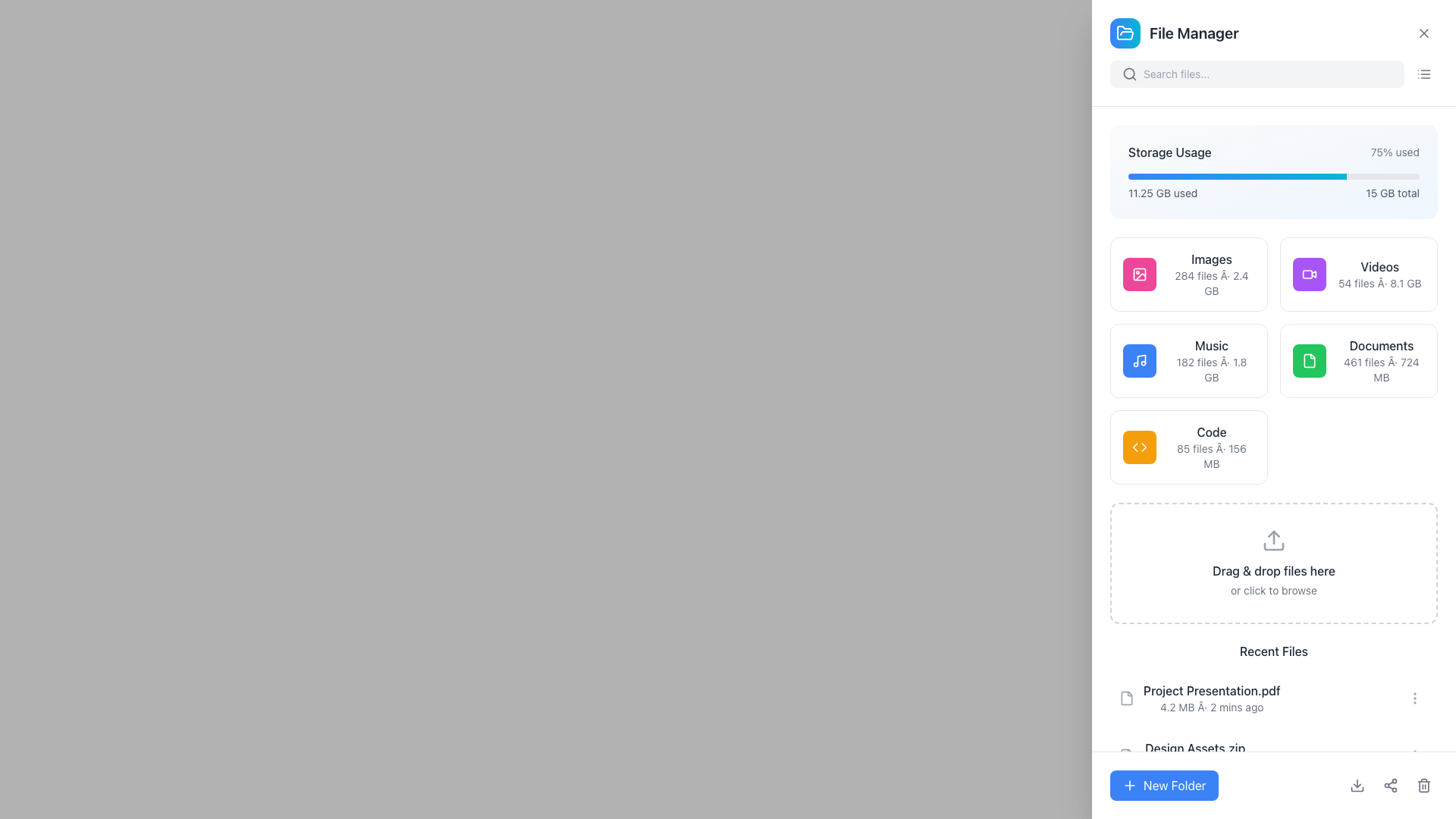  Describe the element at coordinates (1274, 698) in the screenshot. I see `the file entry located at the top of the 'Recent Files' section to view additional options` at that location.